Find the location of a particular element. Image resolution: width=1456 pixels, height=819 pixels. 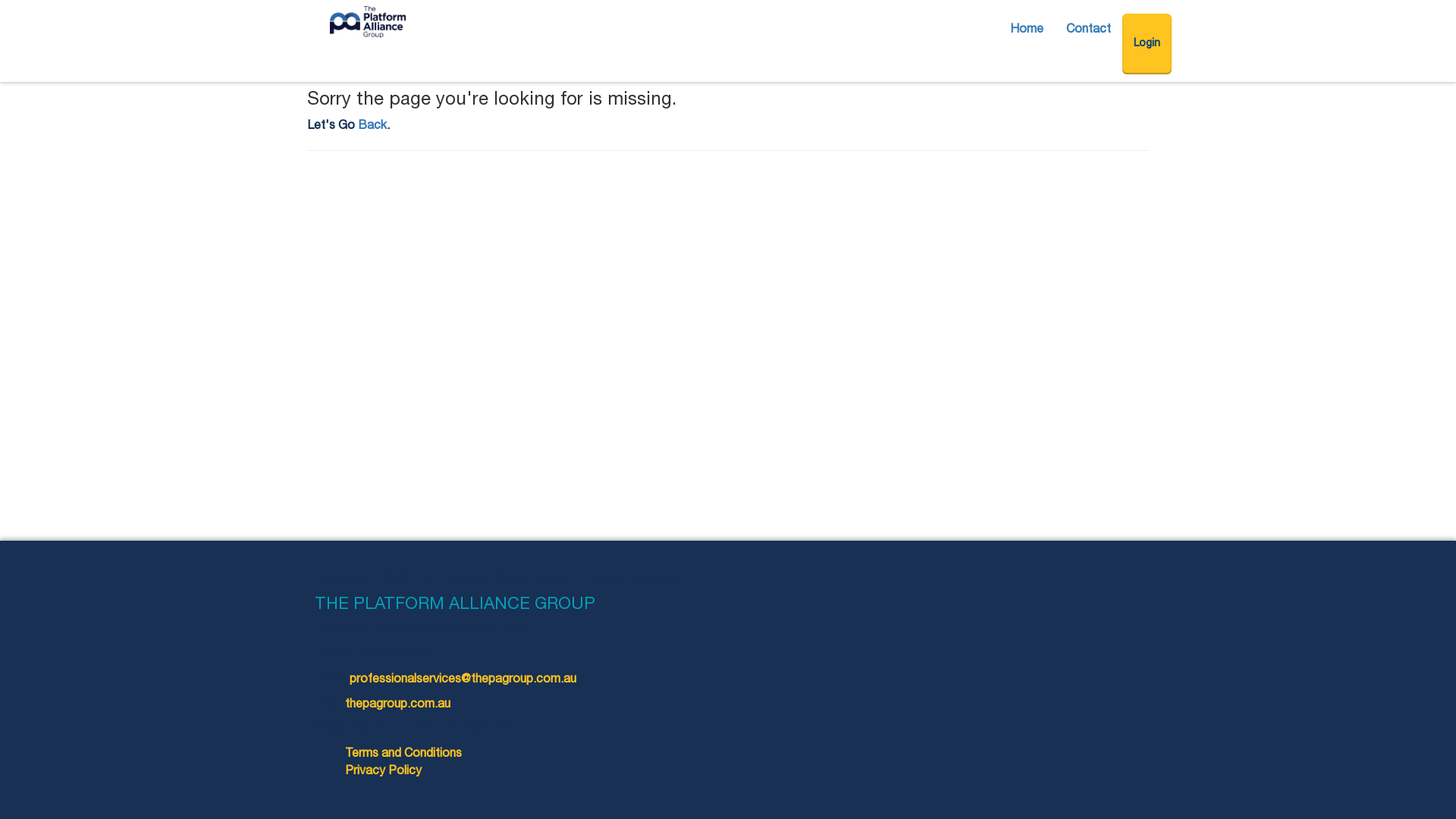

'Privacy Policy' is located at coordinates (344, 772).